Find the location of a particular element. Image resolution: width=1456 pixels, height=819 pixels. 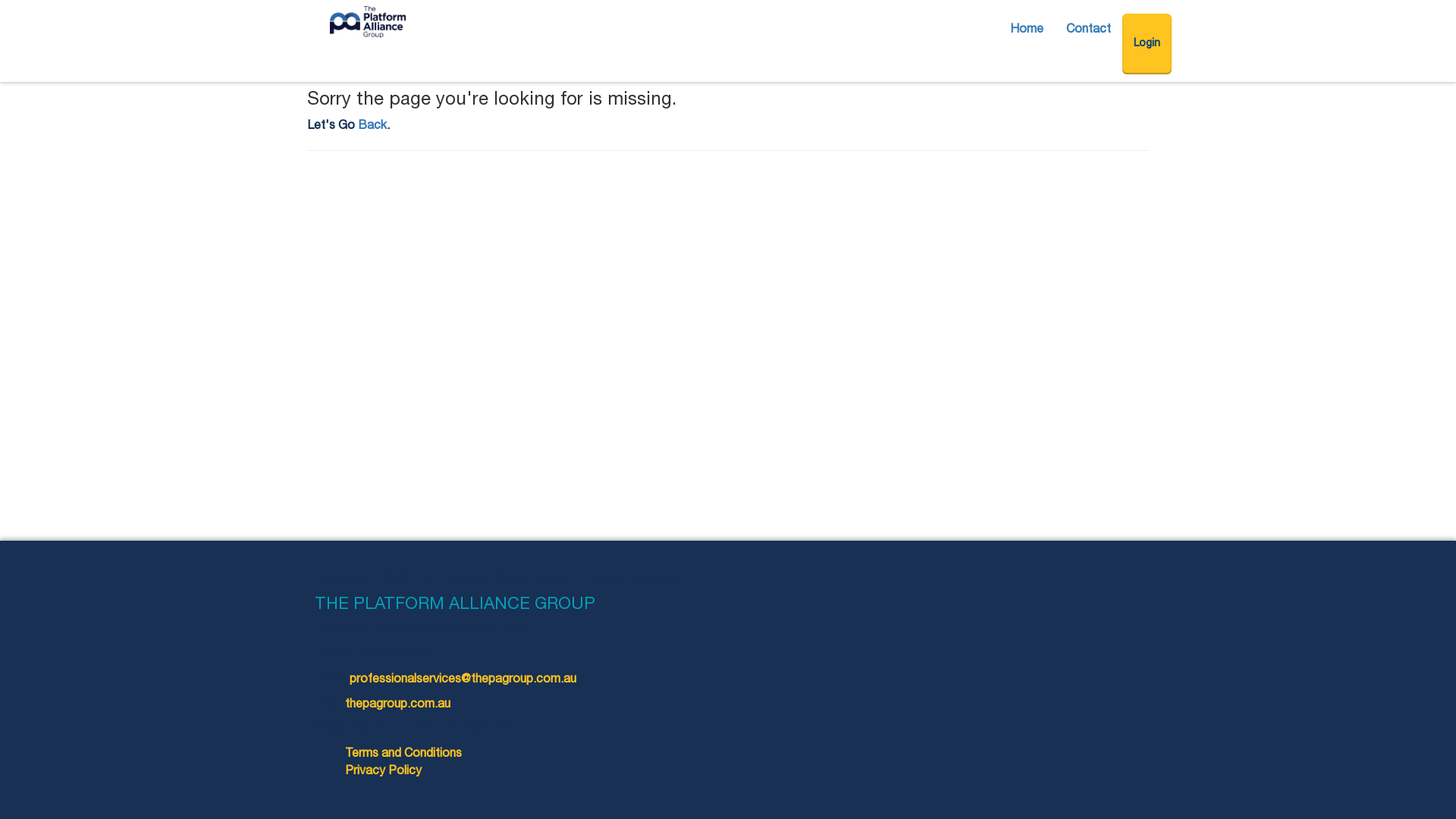

'Privacy Policy' is located at coordinates (344, 772).